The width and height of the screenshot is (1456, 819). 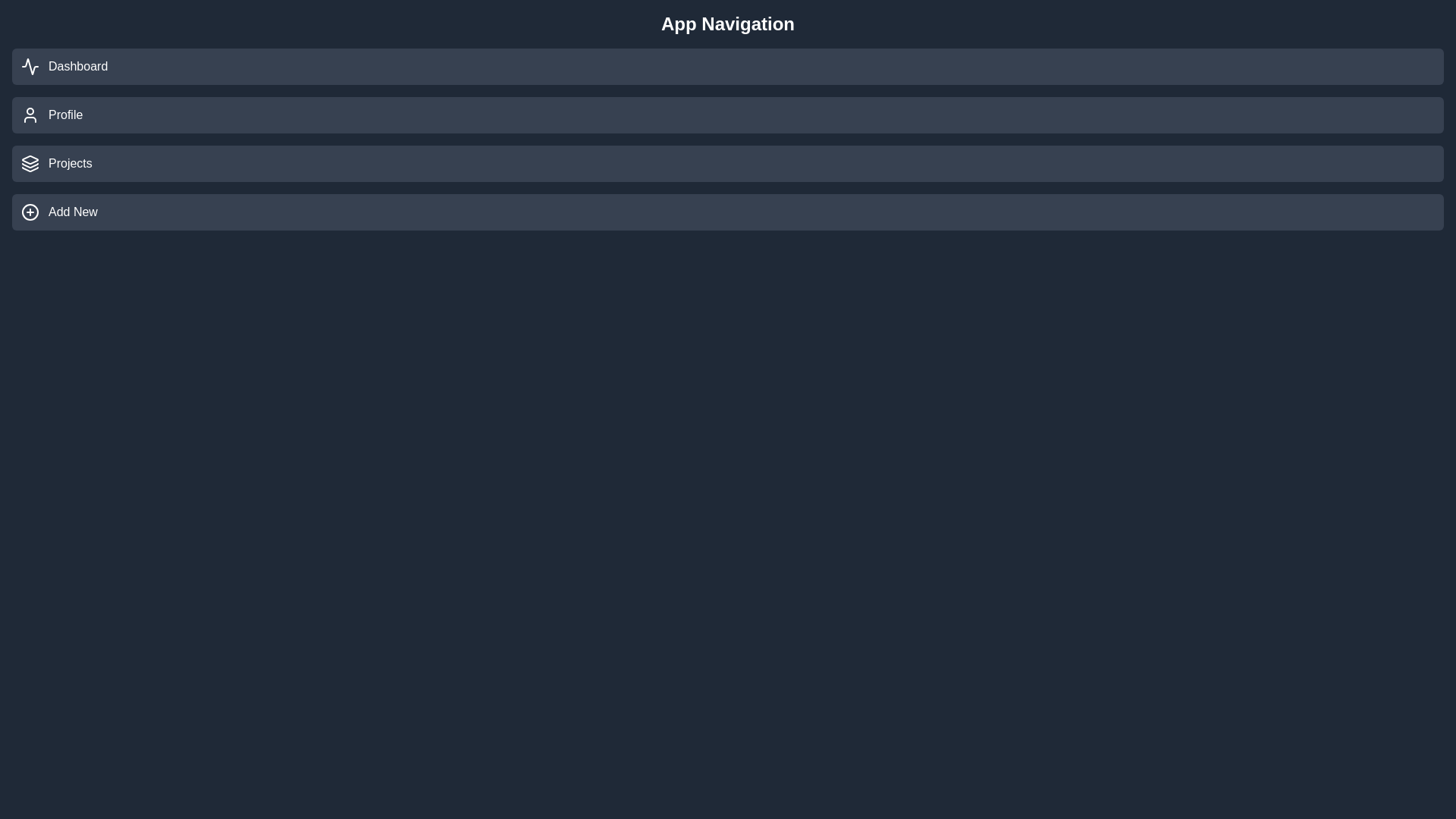 I want to click on the 'Projects' text label in the navigation menu, which is the third row and centrally aligned with an icon to its left, so click(x=69, y=164).